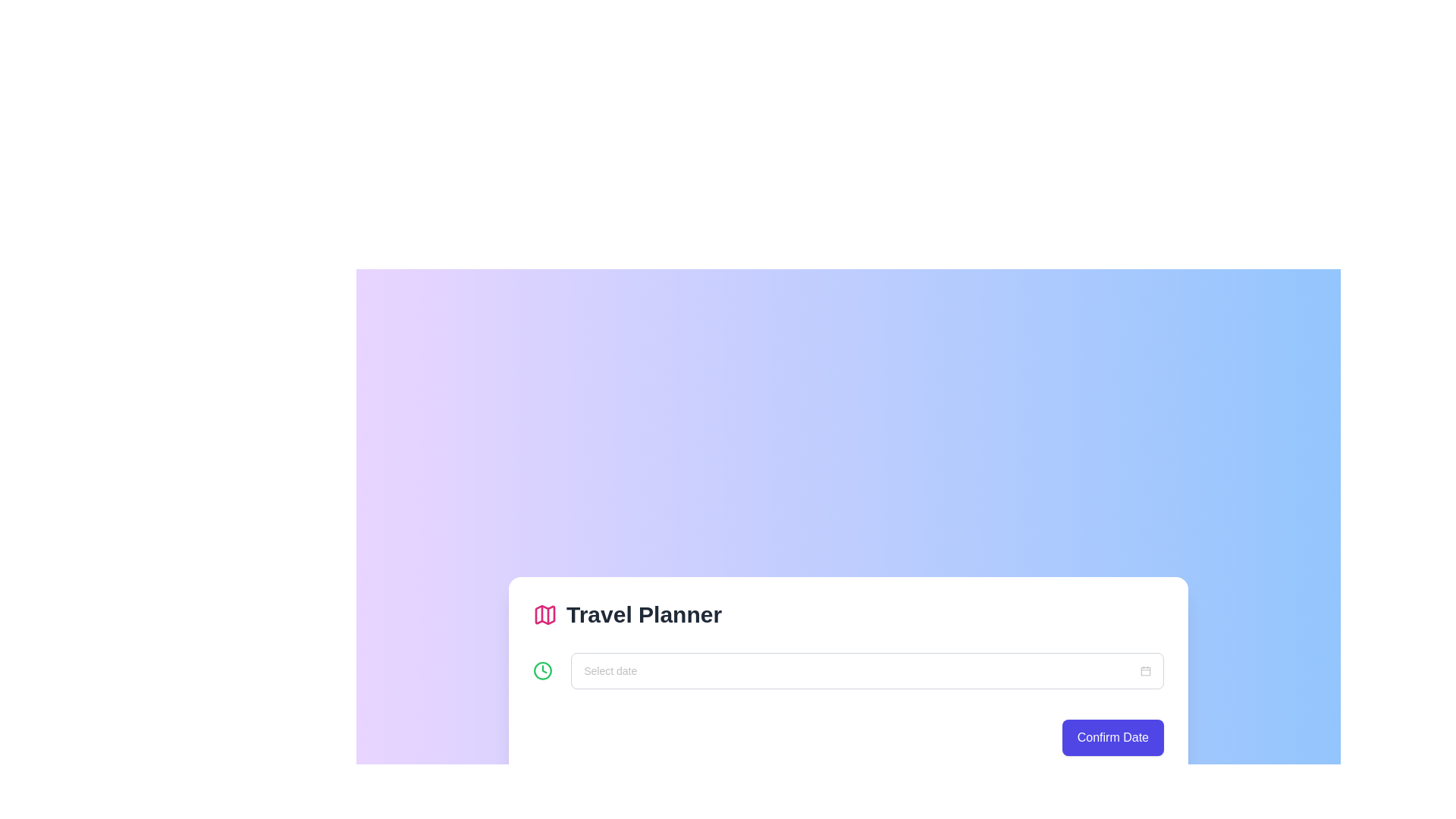 This screenshot has width=1456, height=819. What do you see at coordinates (544, 668) in the screenshot?
I see `the triangular pointer representing the hour and minute hand within the SVG clock icon, located to the left of the 'Select date' input field and below the 'Travel Planner' heading` at bounding box center [544, 668].